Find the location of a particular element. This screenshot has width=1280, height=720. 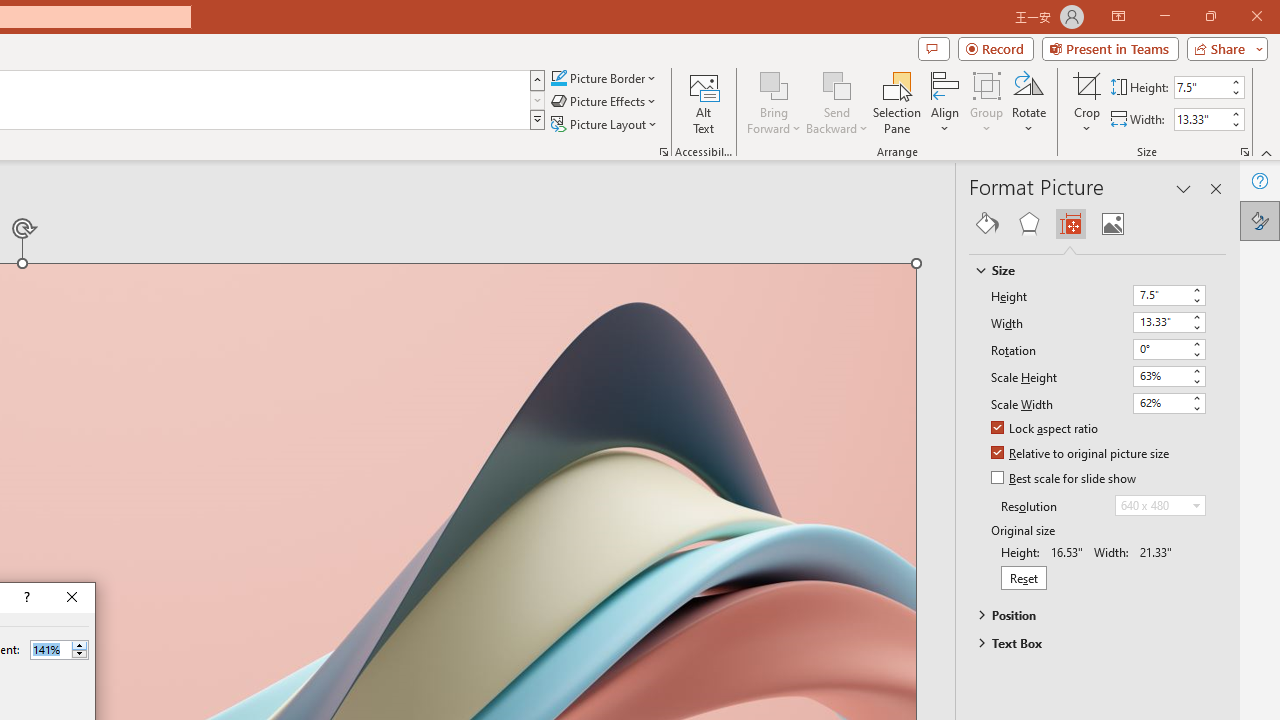

'Width' is located at coordinates (1169, 321).